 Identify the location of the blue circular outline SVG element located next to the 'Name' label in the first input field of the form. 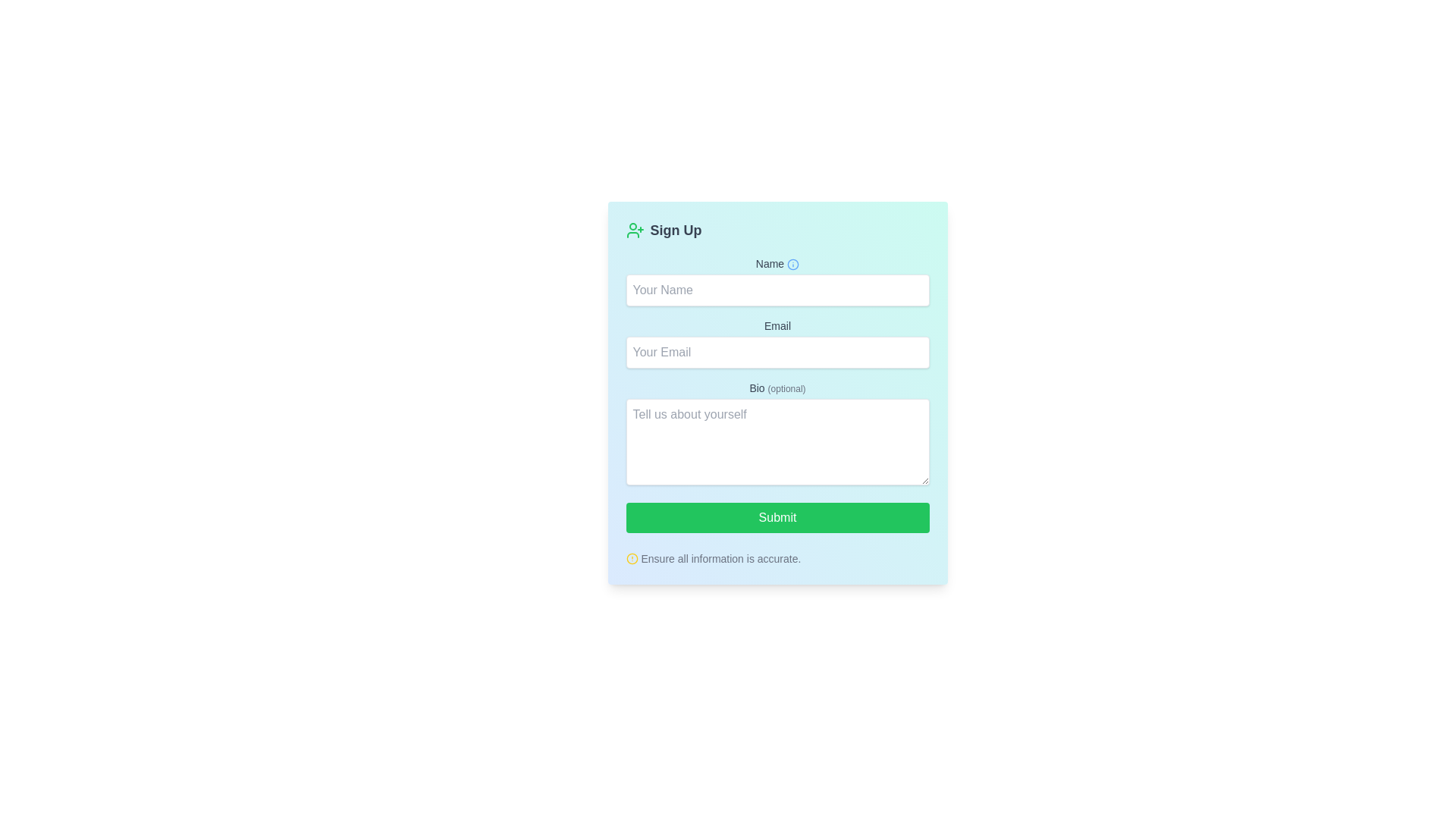
(792, 264).